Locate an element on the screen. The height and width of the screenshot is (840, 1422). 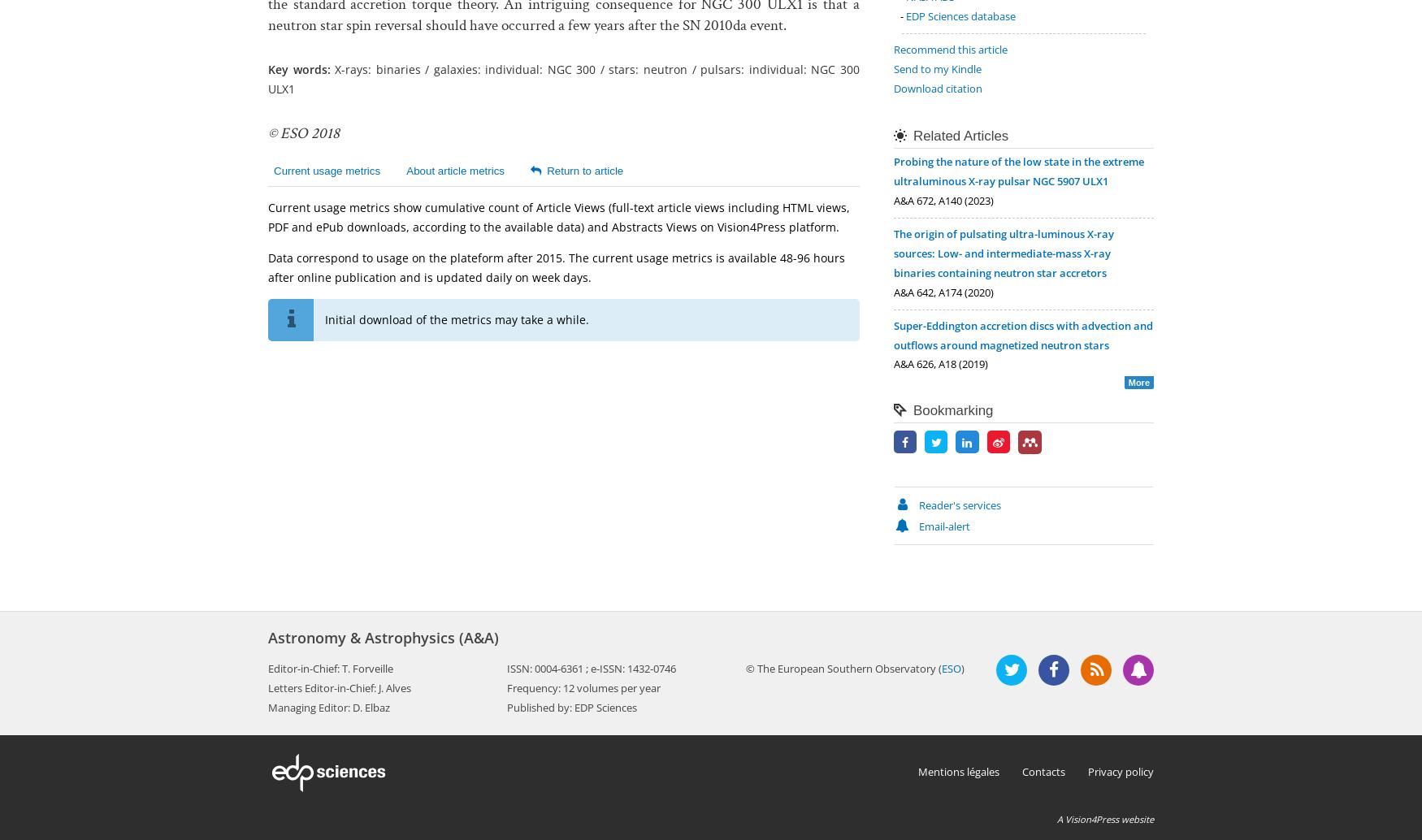
'Mentions légales' is located at coordinates (956, 770).